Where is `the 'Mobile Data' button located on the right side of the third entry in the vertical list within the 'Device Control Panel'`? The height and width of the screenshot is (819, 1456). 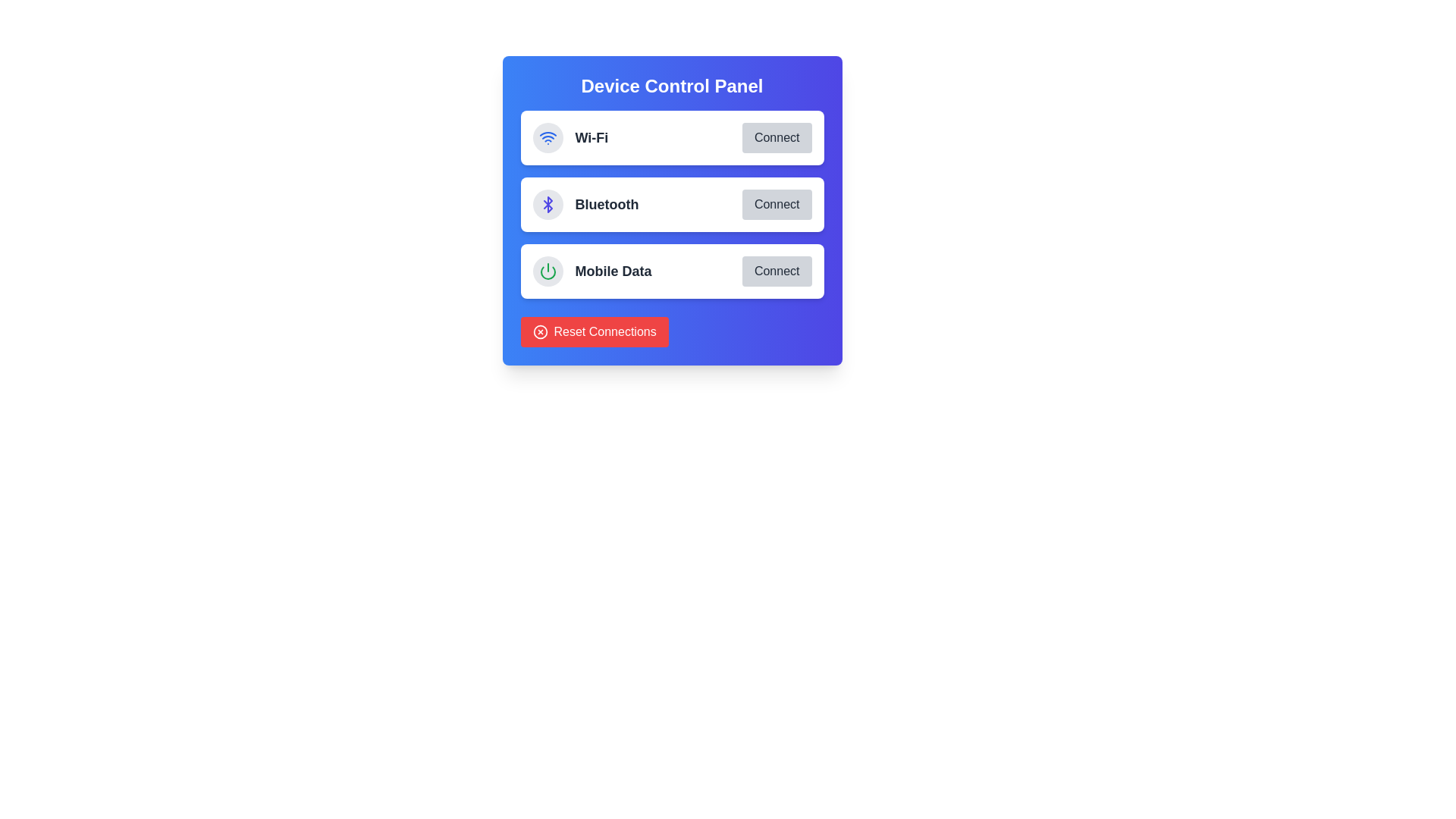
the 'Mobile Data' button located on the right side of the third entry in the vertical list within the 'Device Control Panel' is located at coordinates (777, 271).